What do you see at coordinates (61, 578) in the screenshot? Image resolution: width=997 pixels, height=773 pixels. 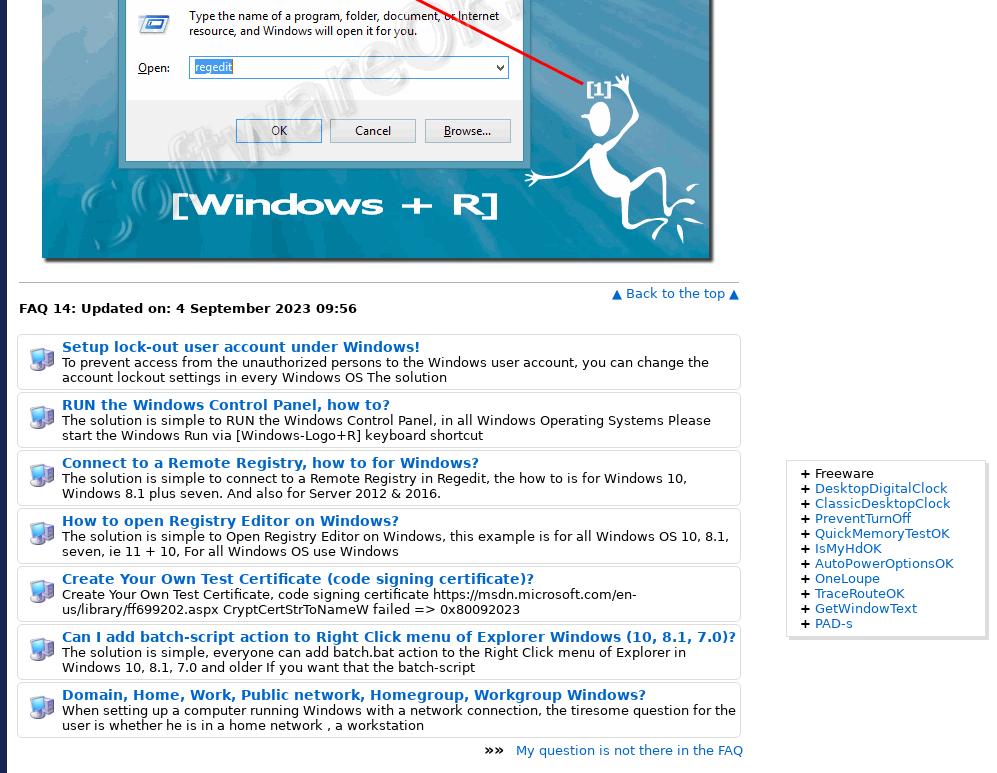 I see `'Create Your Own Test Certificate (code signing certificate)?'` at bounding box center [61, 578].